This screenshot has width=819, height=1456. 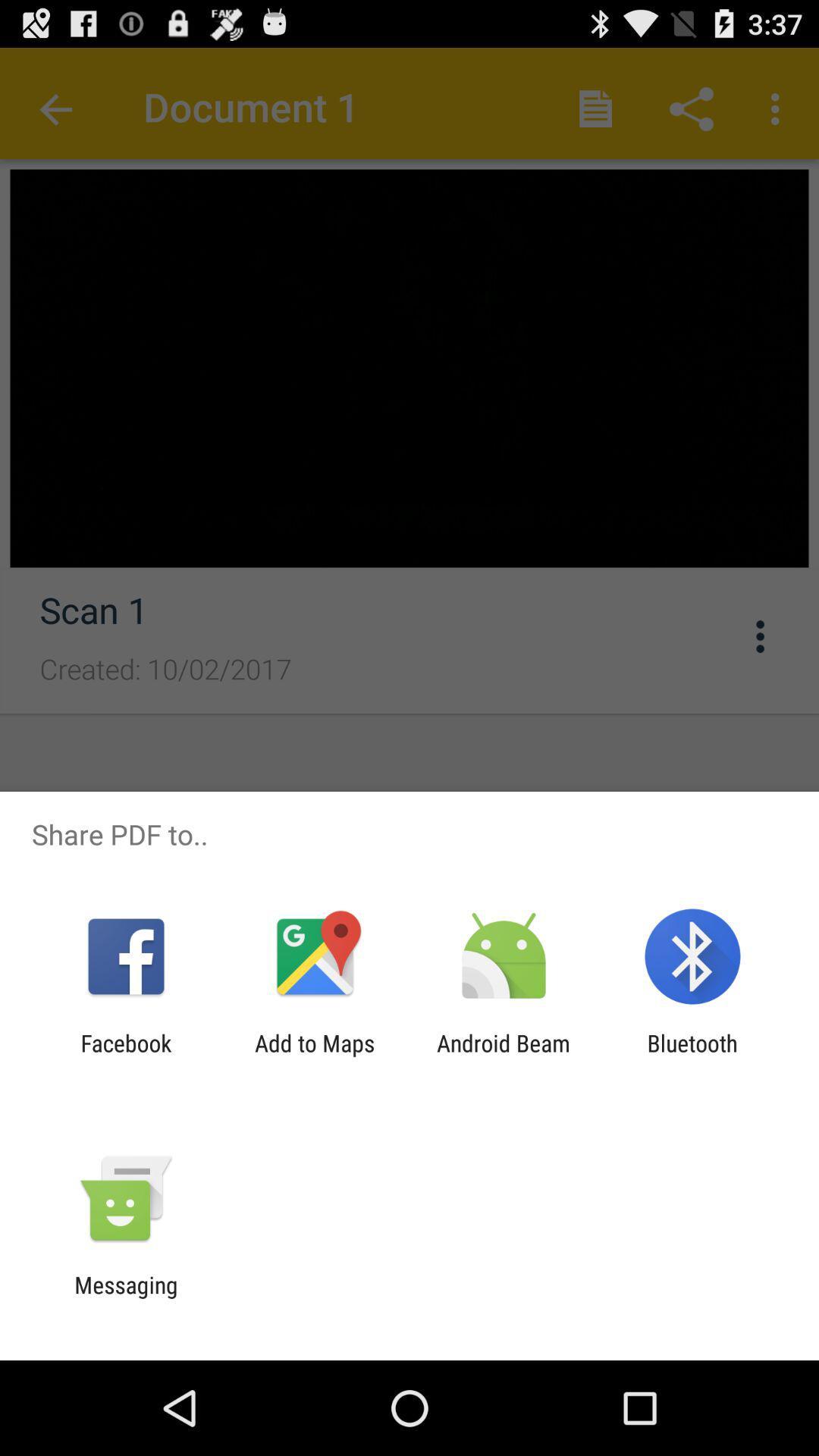 I want to click on the item to the left of the add to maps app, so click(x=125, y=1056).